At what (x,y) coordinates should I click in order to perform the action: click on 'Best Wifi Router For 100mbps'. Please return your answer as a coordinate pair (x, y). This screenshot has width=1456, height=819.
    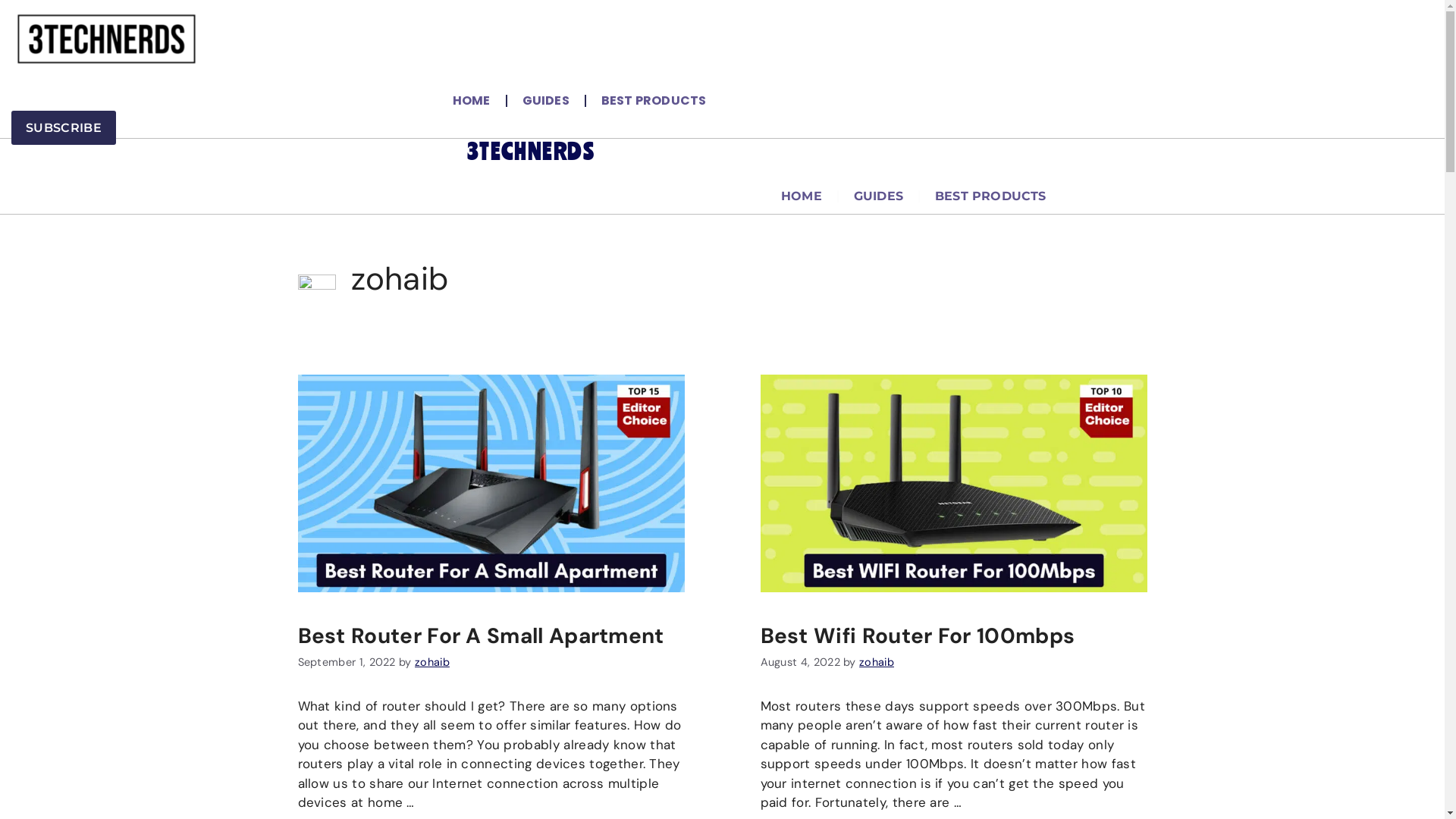
    Looking at the image, I should click on (916, 635).